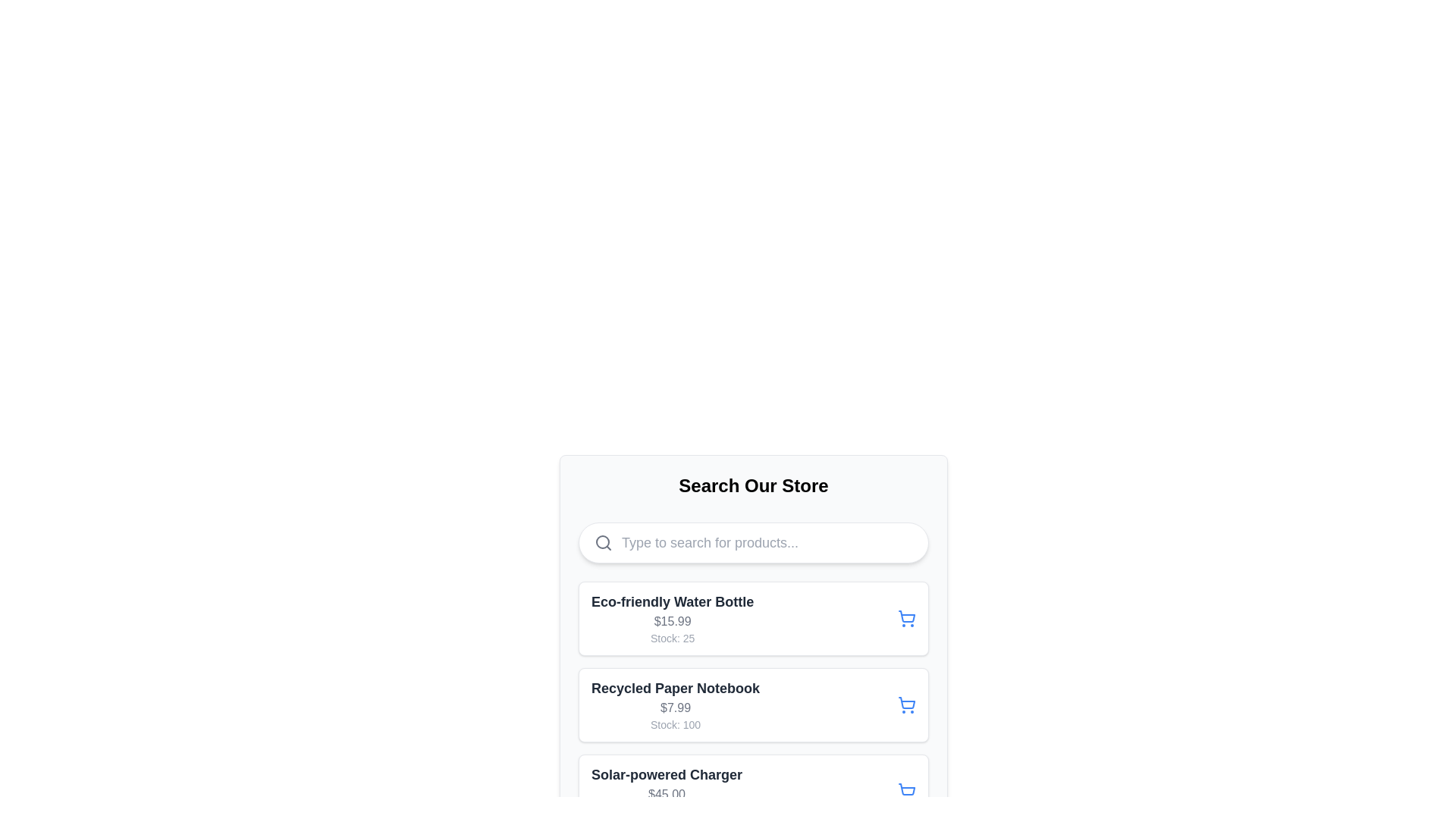  Describe the element at coordinates (907, 703) in the screenshot. I see `the shopping cart icon associated with the 'Recycled Paper Notebook' product, located near the right edge of the item` at that location.